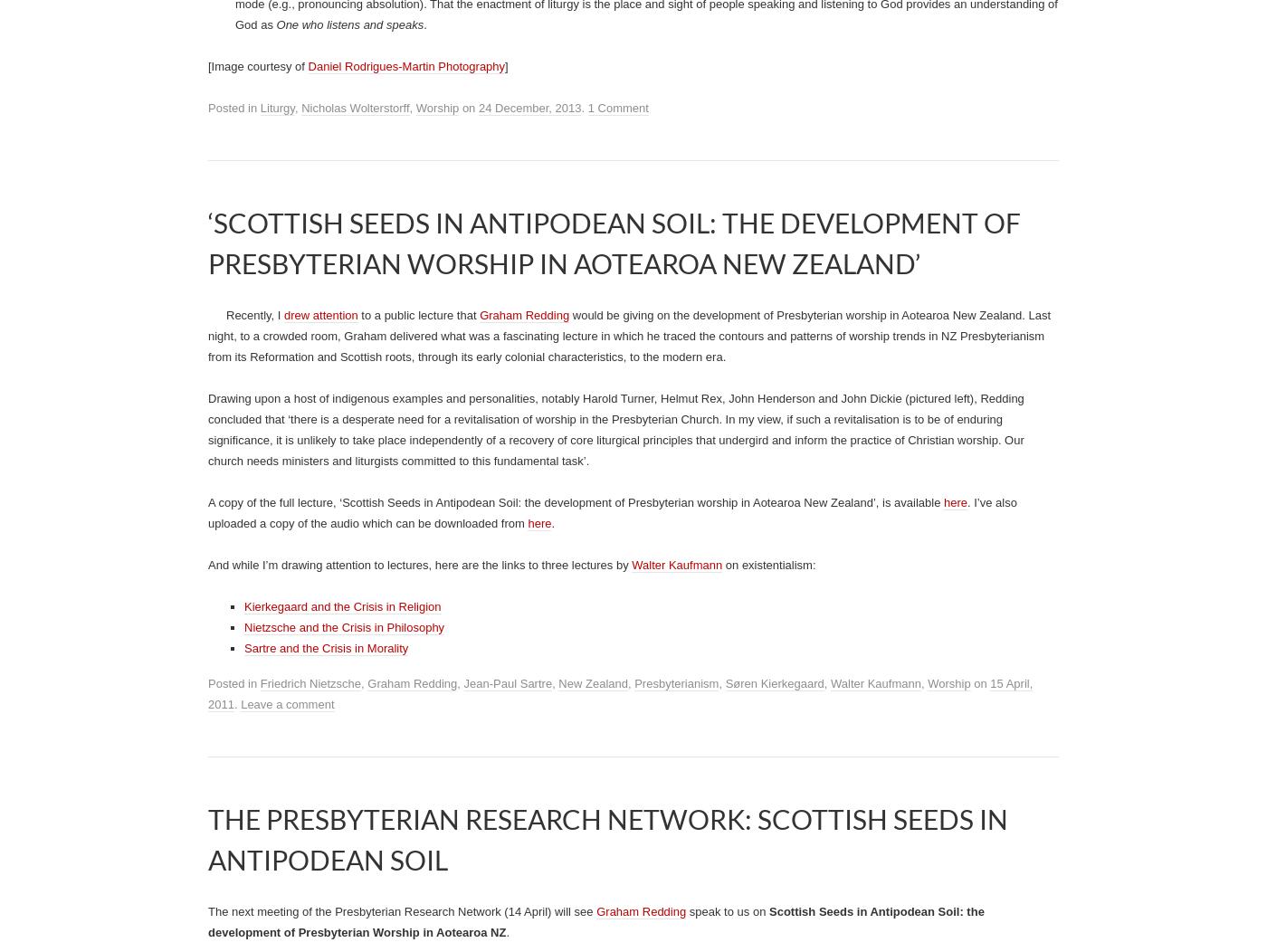 Image resolution: width=1267 pixels, height=952 pixels. What do you see at coordinates (234, 375) in the screenshot?
I see `'(or as it accords with the convergence of the five traditions he is considering), the third and highest level of implicitness (see'` at bounding box center [234, 375].